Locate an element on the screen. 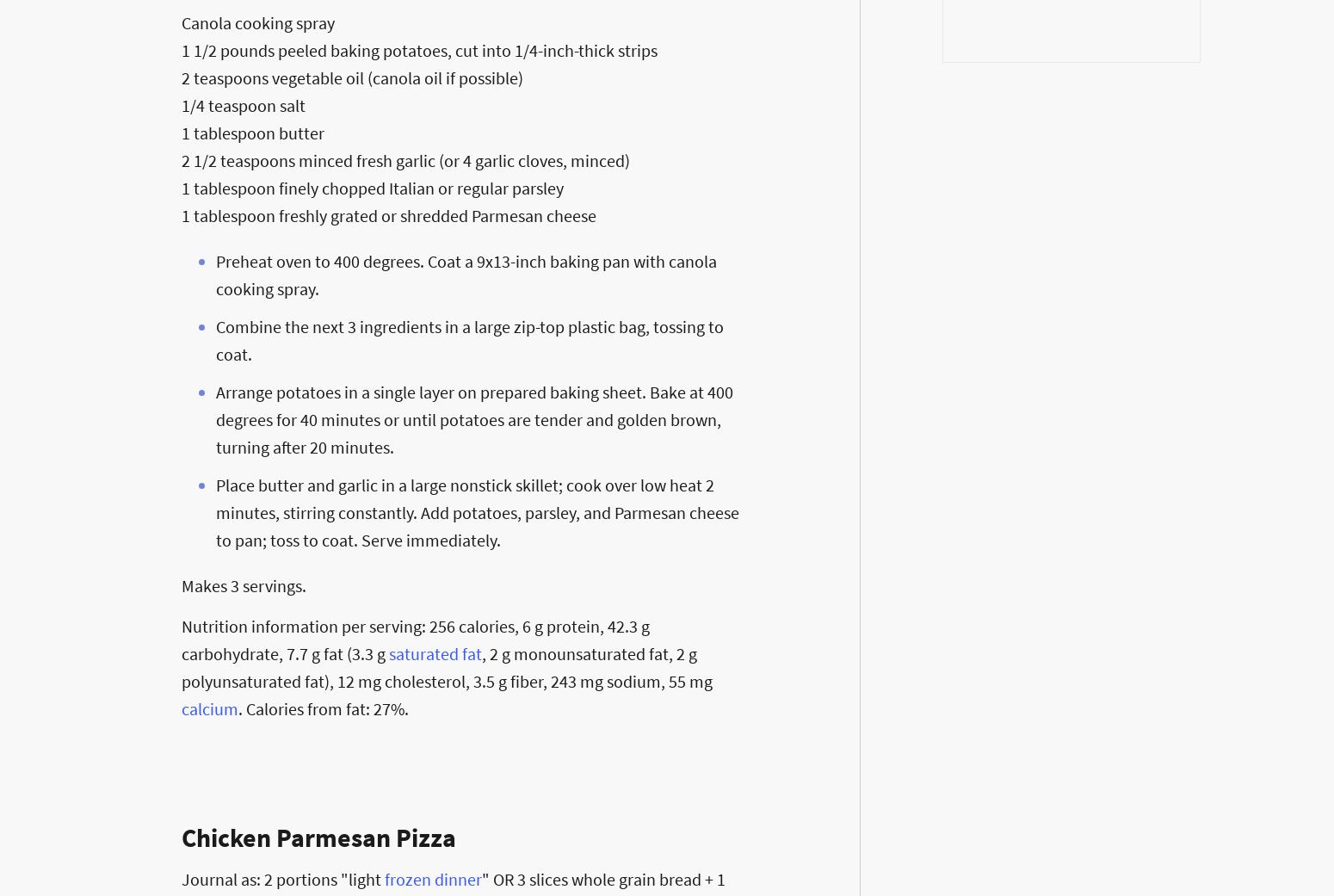  'Nutrition information per serving: 256 calories, 6 g protein, 42.3 g carbohydrate, 7.7 g fat (3.3 g' is located at coordinates (414, 639).